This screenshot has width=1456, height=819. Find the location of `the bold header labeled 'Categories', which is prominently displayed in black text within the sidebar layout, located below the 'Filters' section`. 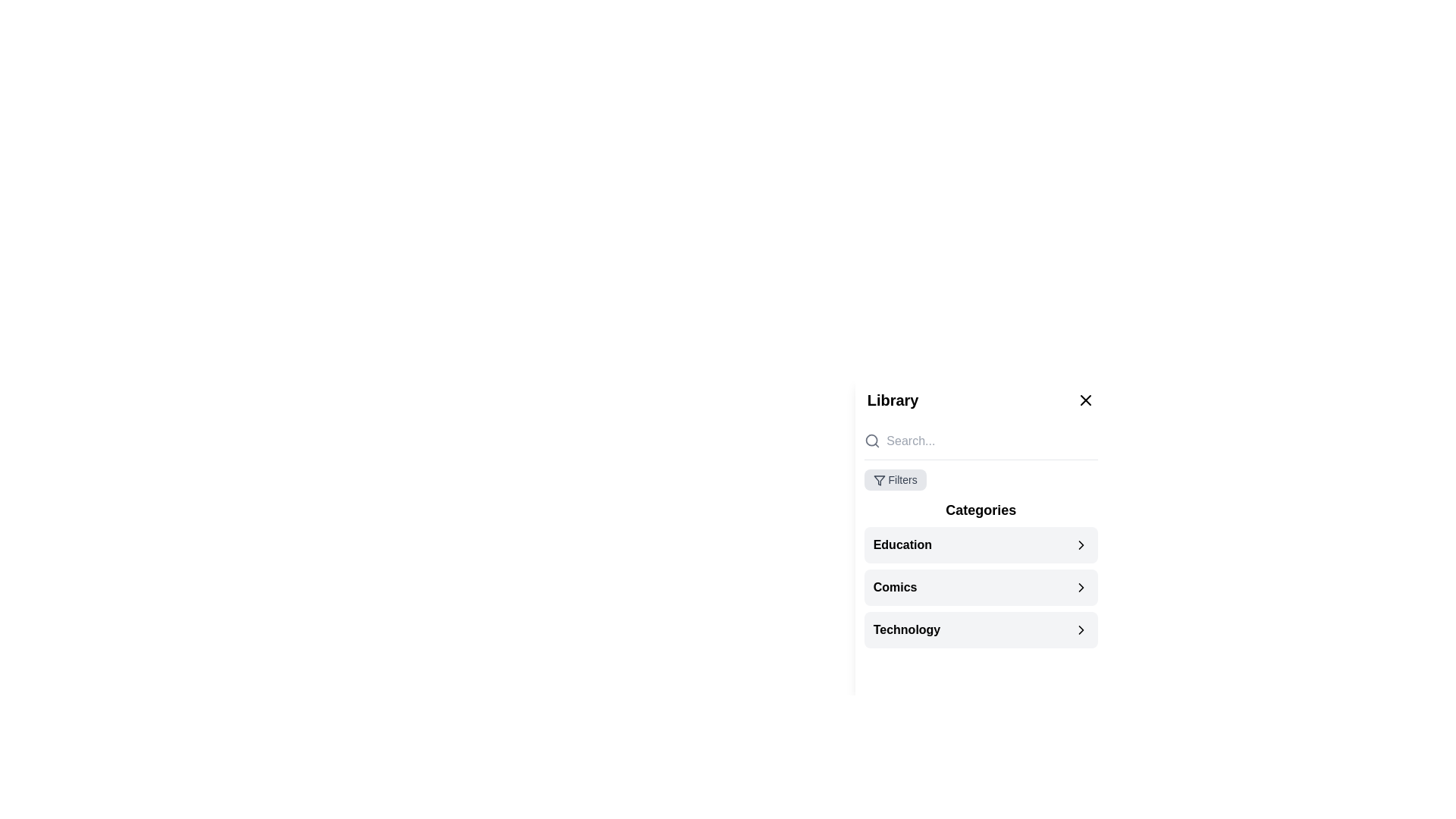

the bold header labeled 'Categories', which is prominently displayed in black text within the sidebar layout, located below the 'Filters' section is located at coordinates (981, 510).